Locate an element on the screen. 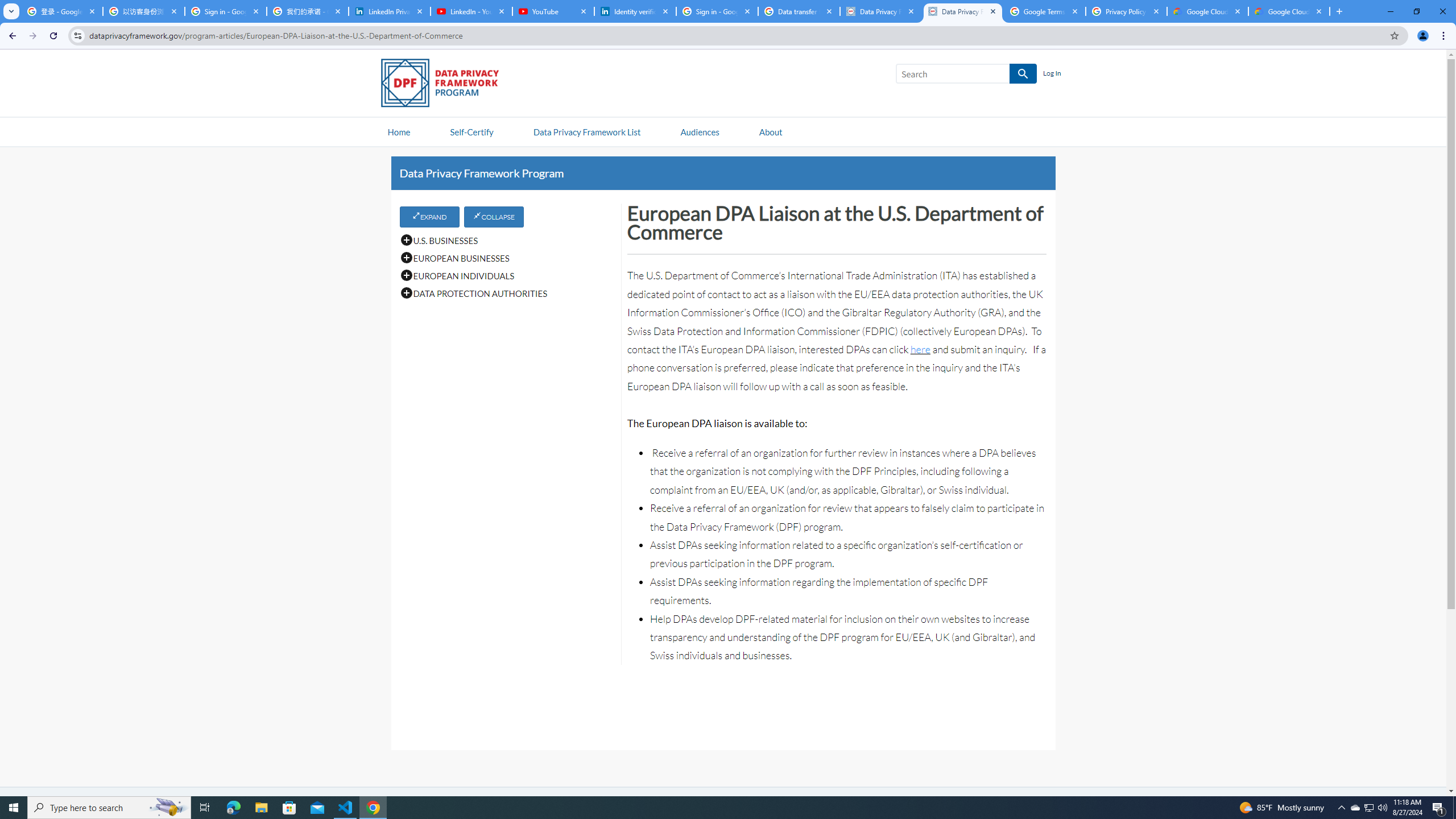  'Google Cloud Privacy Notice' is located at coordinates (1207, 11).